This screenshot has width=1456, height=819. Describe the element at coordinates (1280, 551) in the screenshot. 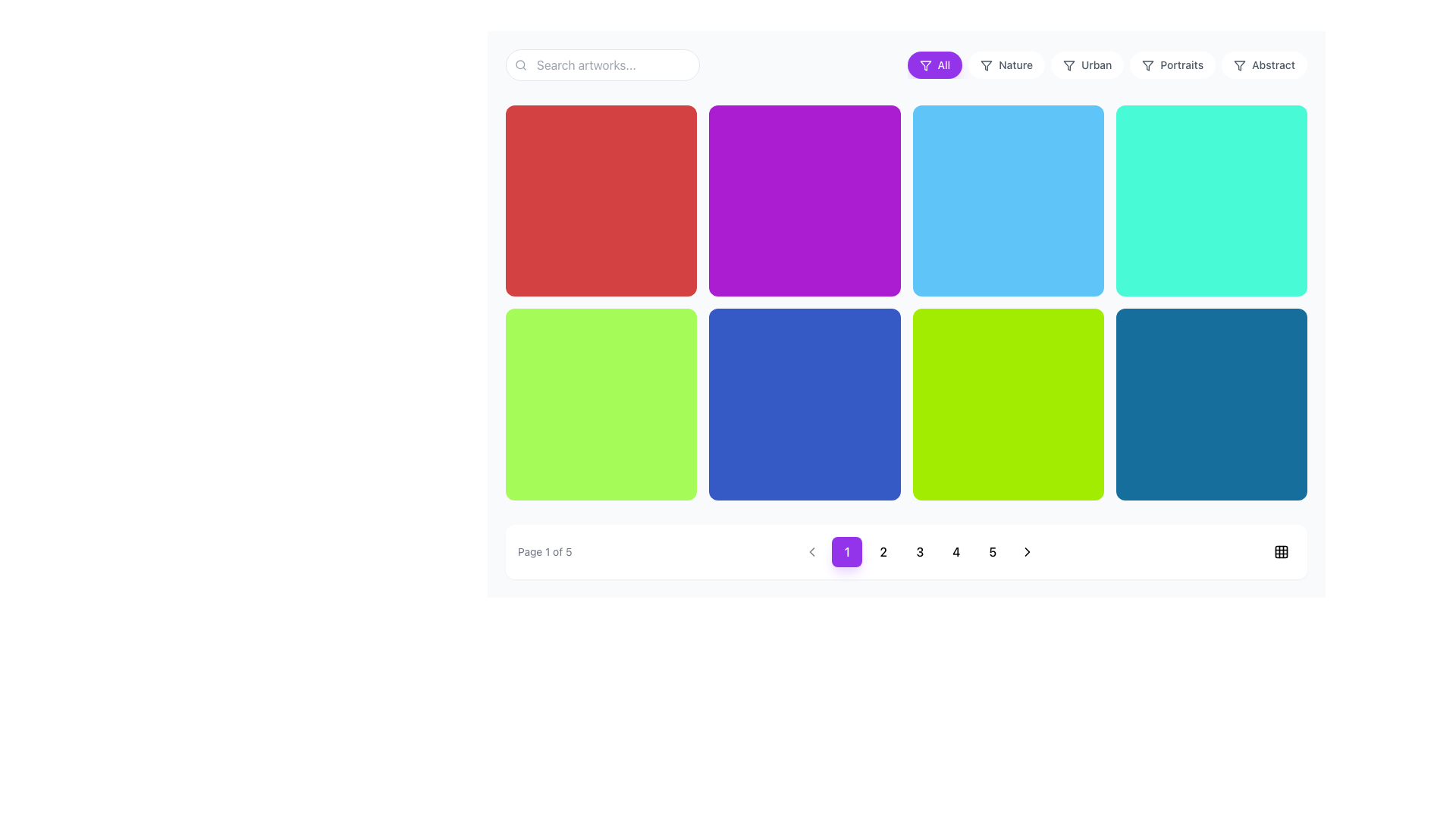

I see `the compact square button with a grid icon at the bottom-right corner of the pagination section` at that location.